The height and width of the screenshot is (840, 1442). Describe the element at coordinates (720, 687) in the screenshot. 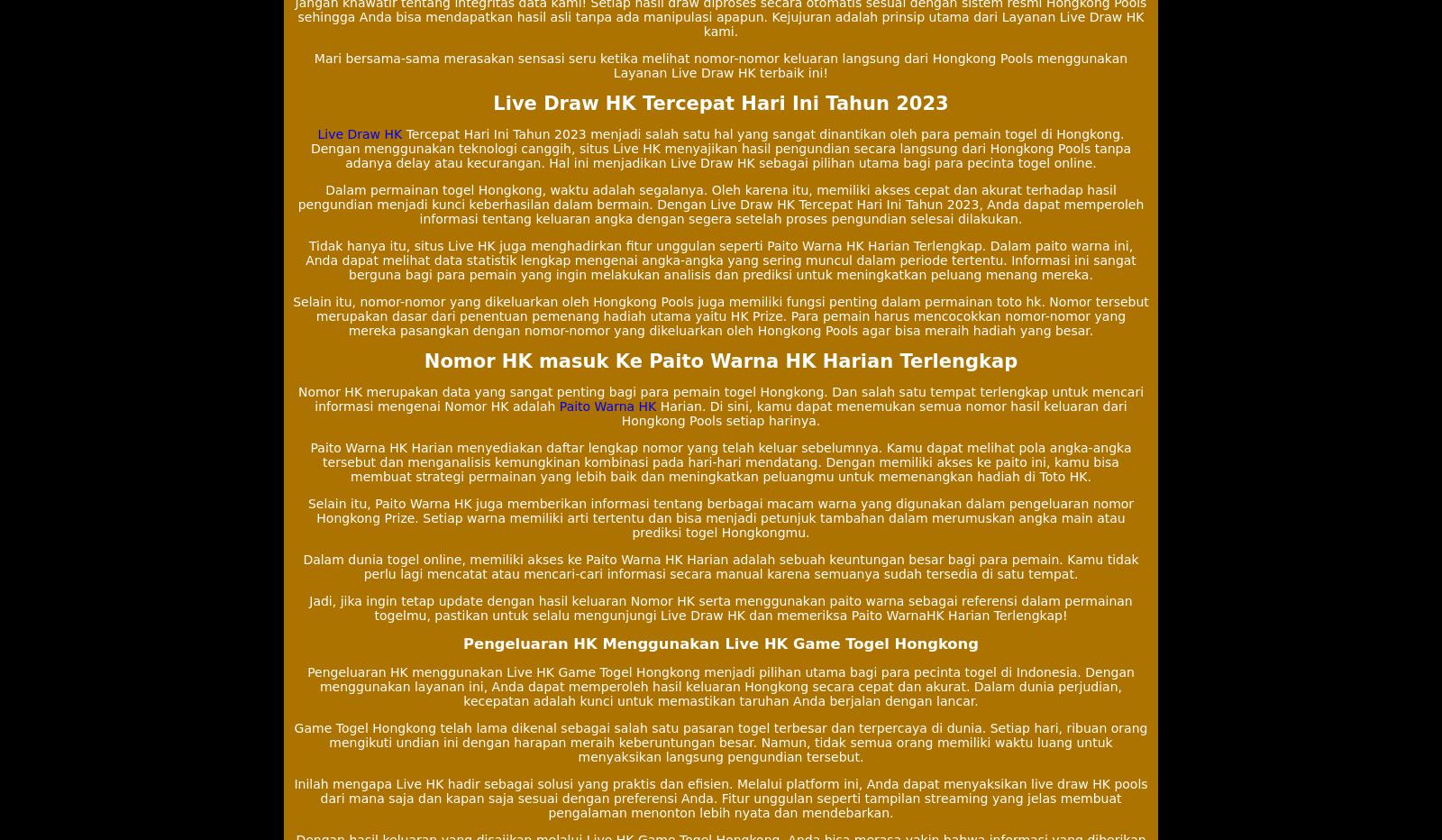

I see `'Pengeluaran HK menggunakan Live HK Game Togel Hongkong menjadi pilihan utama bagi para pecinta togel di Indonesia. Dengan menggunakan layanan ini, Anda dapat memperoleh hasil keluaran Hongkong secara cepat dan akurat. Dalam dunia perjudian, kecepatan adalah kunci untuk memastikan taruhan Anda berjalan dengan lancar.'` at that location.